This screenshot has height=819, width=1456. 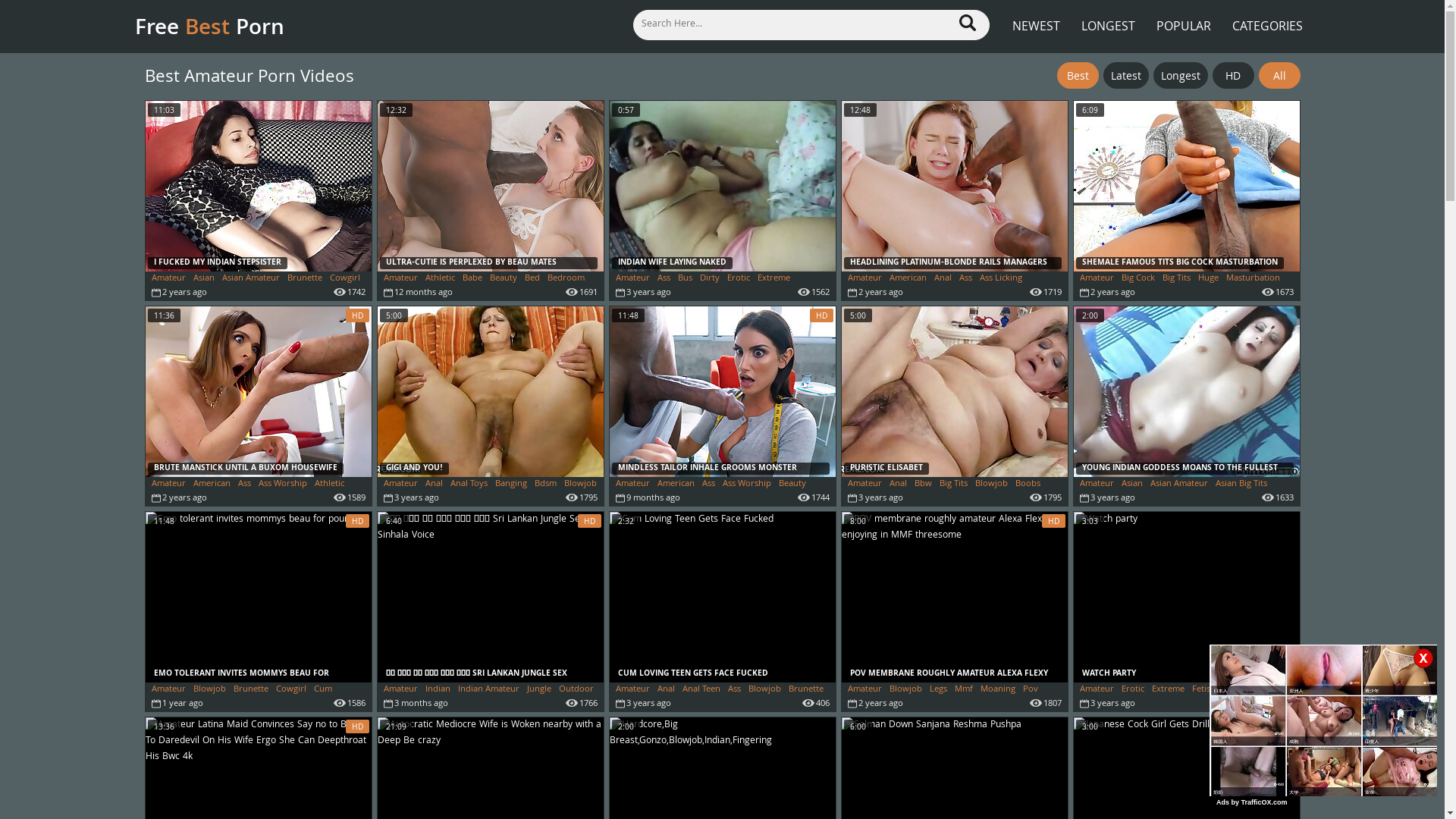 What do you see at coordinates (1125, 75) in the screenshot?
I see `'Latest'` at bounding box center [1125, 75].